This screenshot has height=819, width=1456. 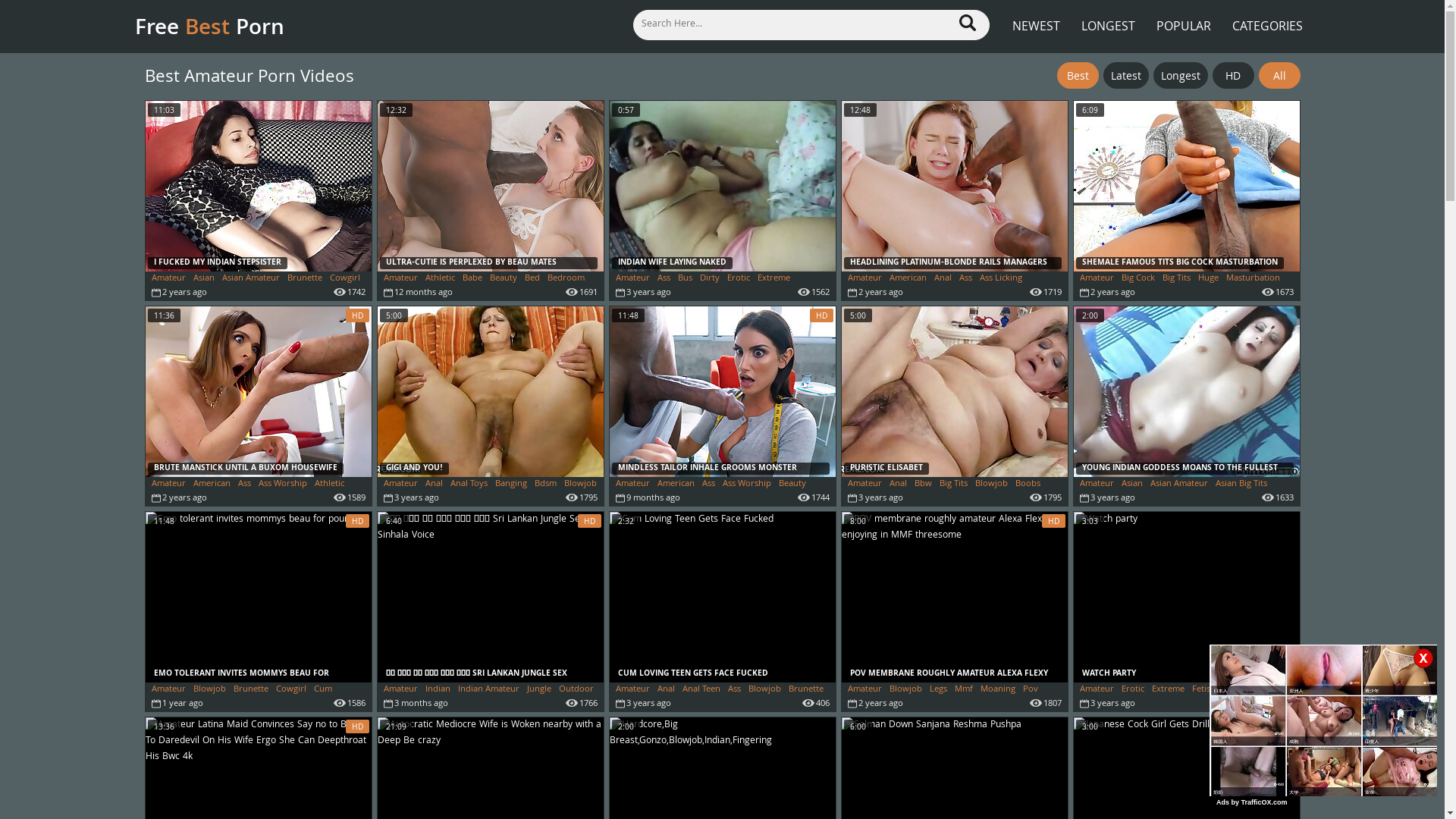 What do you see at coordinates (1125, 75) in the screenshot?
I see `'Latest'` at bounding box center [1125, 75].